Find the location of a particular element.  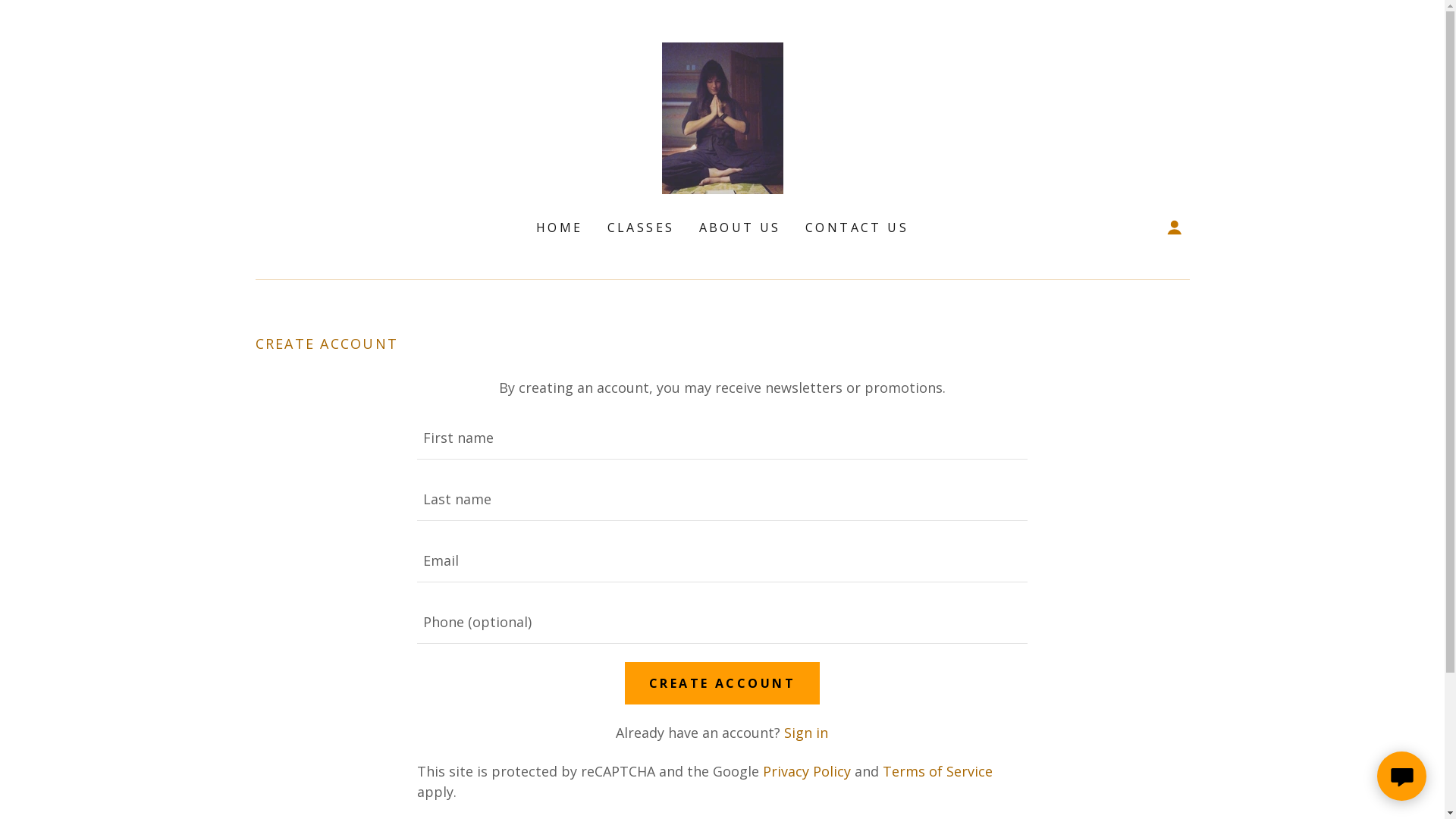

'HOME' is located at coordinates (559, 227).